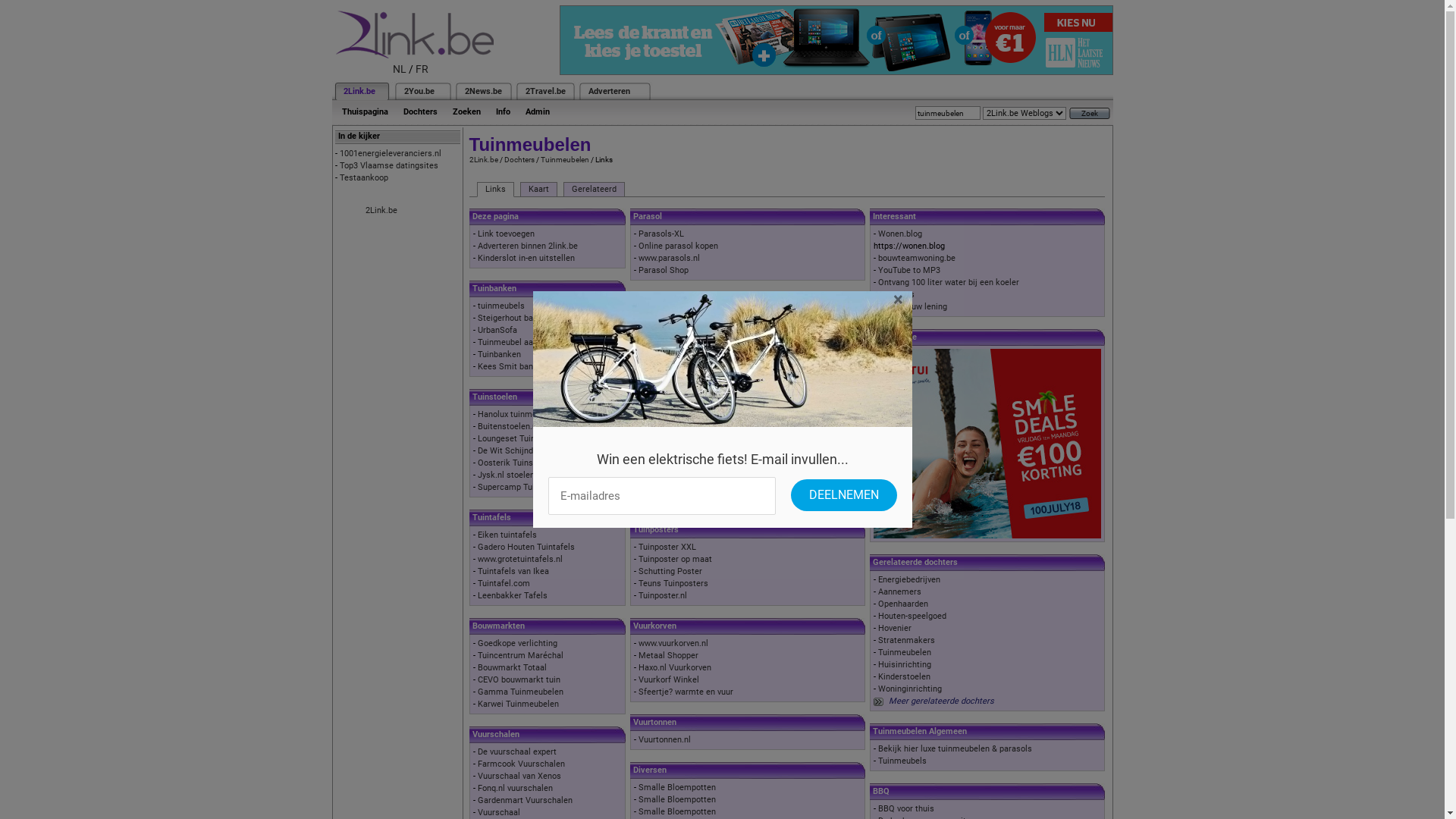 Image resolution: width=1456 pixels, height=819 pixels. I want to click on '2Travel.be', so click(544, 91).